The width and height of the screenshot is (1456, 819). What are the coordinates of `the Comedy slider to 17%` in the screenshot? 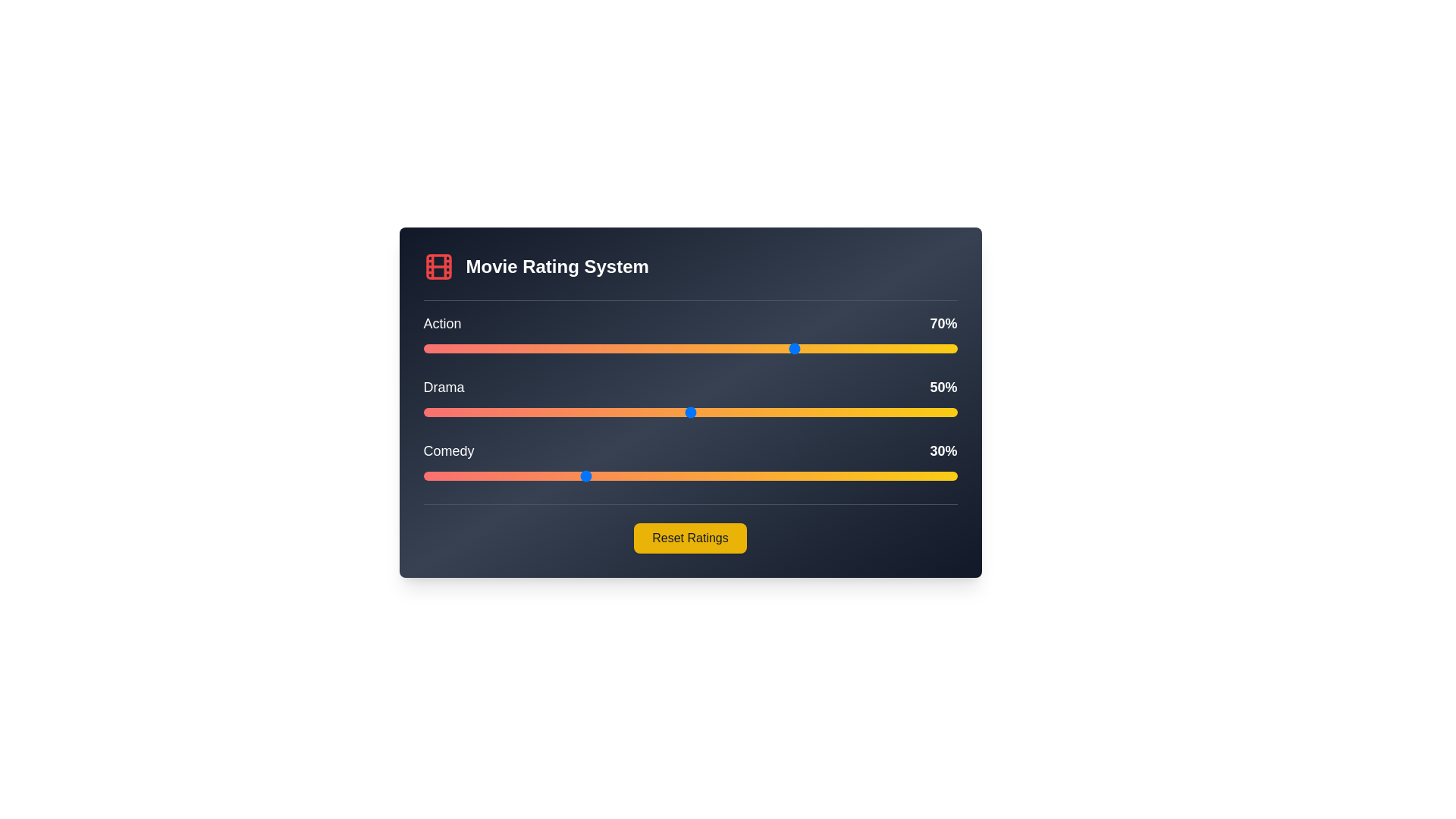 It's located at (514, 475).